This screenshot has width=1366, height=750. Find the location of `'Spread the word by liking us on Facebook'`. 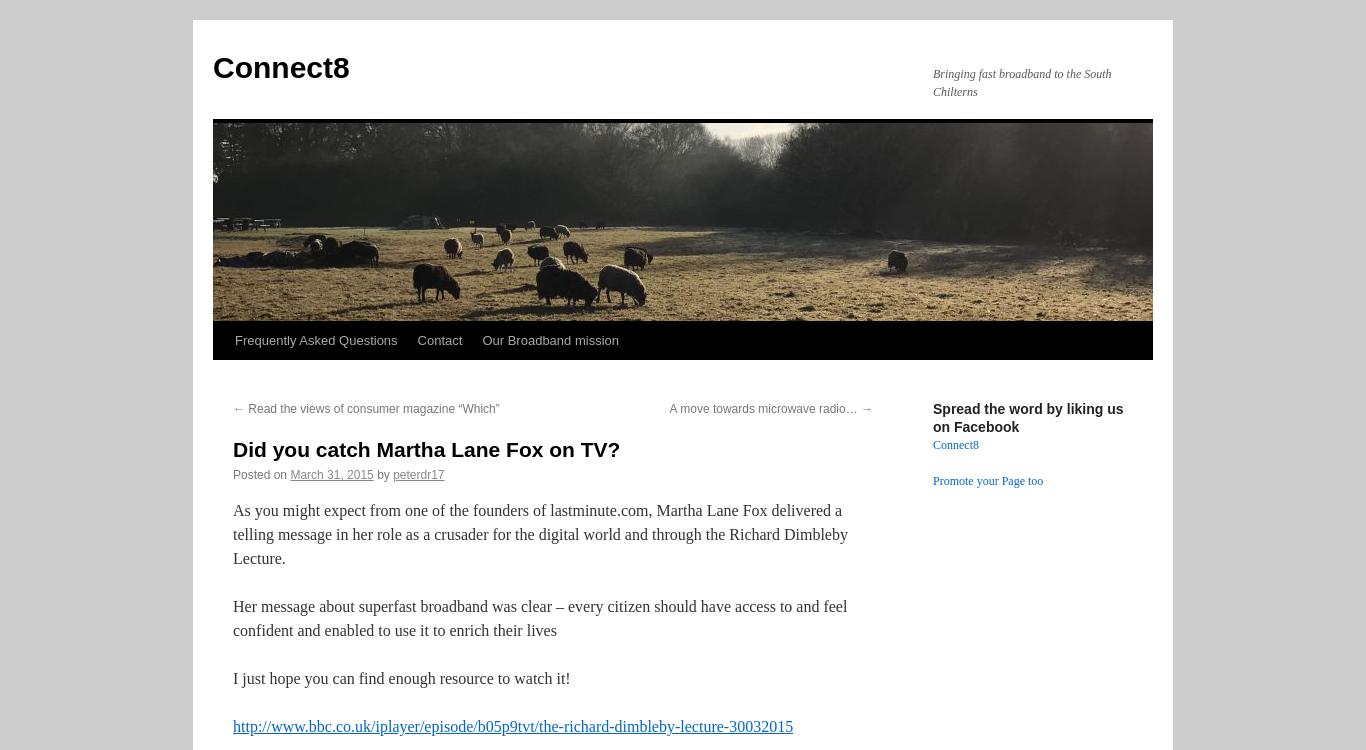

'Spread the word by liking us on Facebook' is located at coordinates (1027, 417).